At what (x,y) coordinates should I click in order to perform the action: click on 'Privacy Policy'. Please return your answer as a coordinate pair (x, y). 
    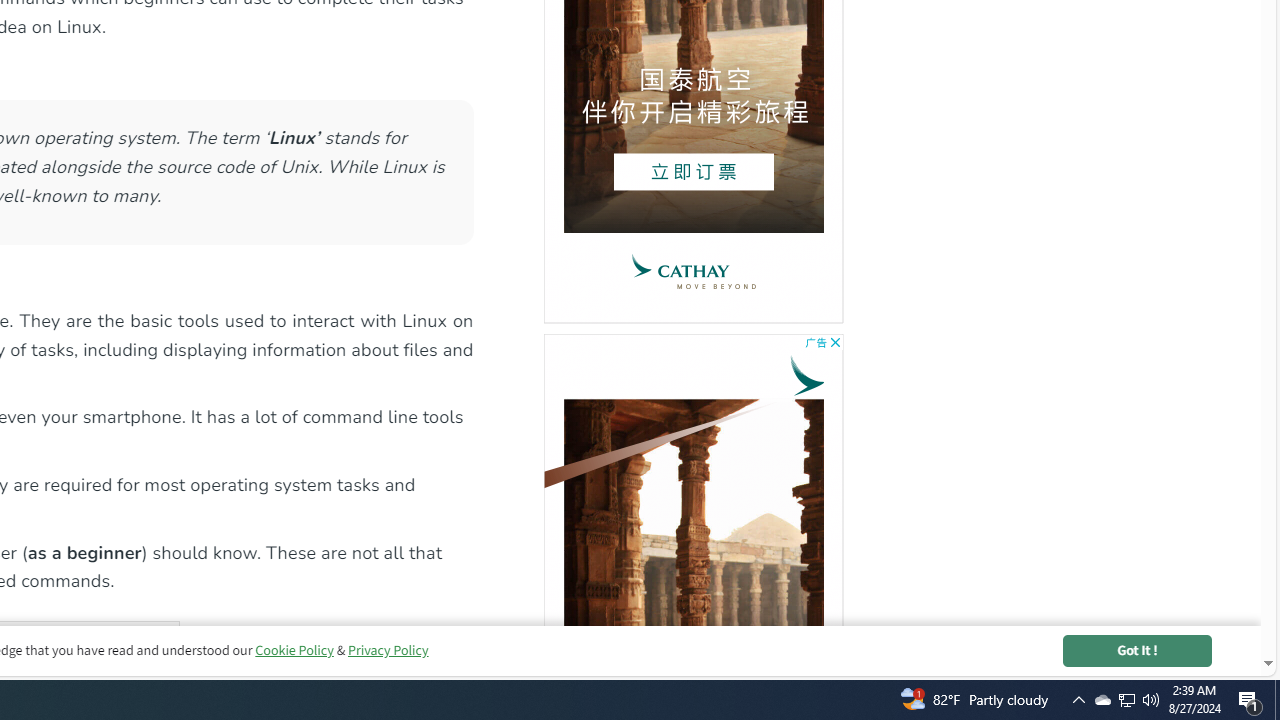
    Looking at the image, I should click on (387, 650).